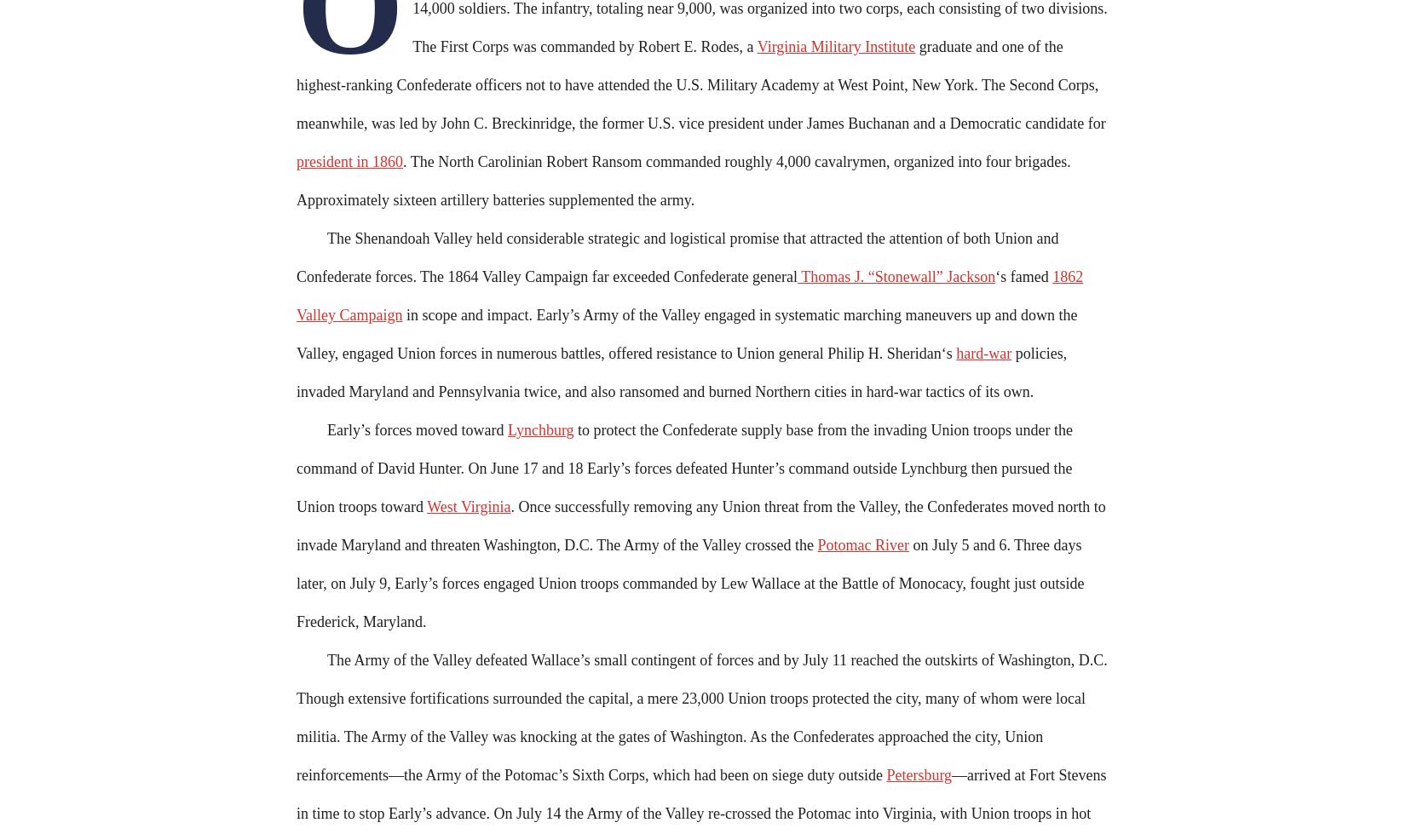 The height and width of the screenshot is (840, 1406). What do you see at coordinates (700, 716) in the screenshot?
I see `'The Army of the Valley defeated Wallace’s small contingent of forces and by July 11 reached the outskirts of Washington, D.C. Though extensive fortifications surrounded the capital, a mere 23,000 Union troops protected the city, many of whom were local militia. The Army of the Valley was knocking at the gates of Washington. As the Confederates approached the city, Union reinforcements—the Army of the Potomac’s Sixth Corps, which had been on siege duty outside'` at bounding box center [700, 716].